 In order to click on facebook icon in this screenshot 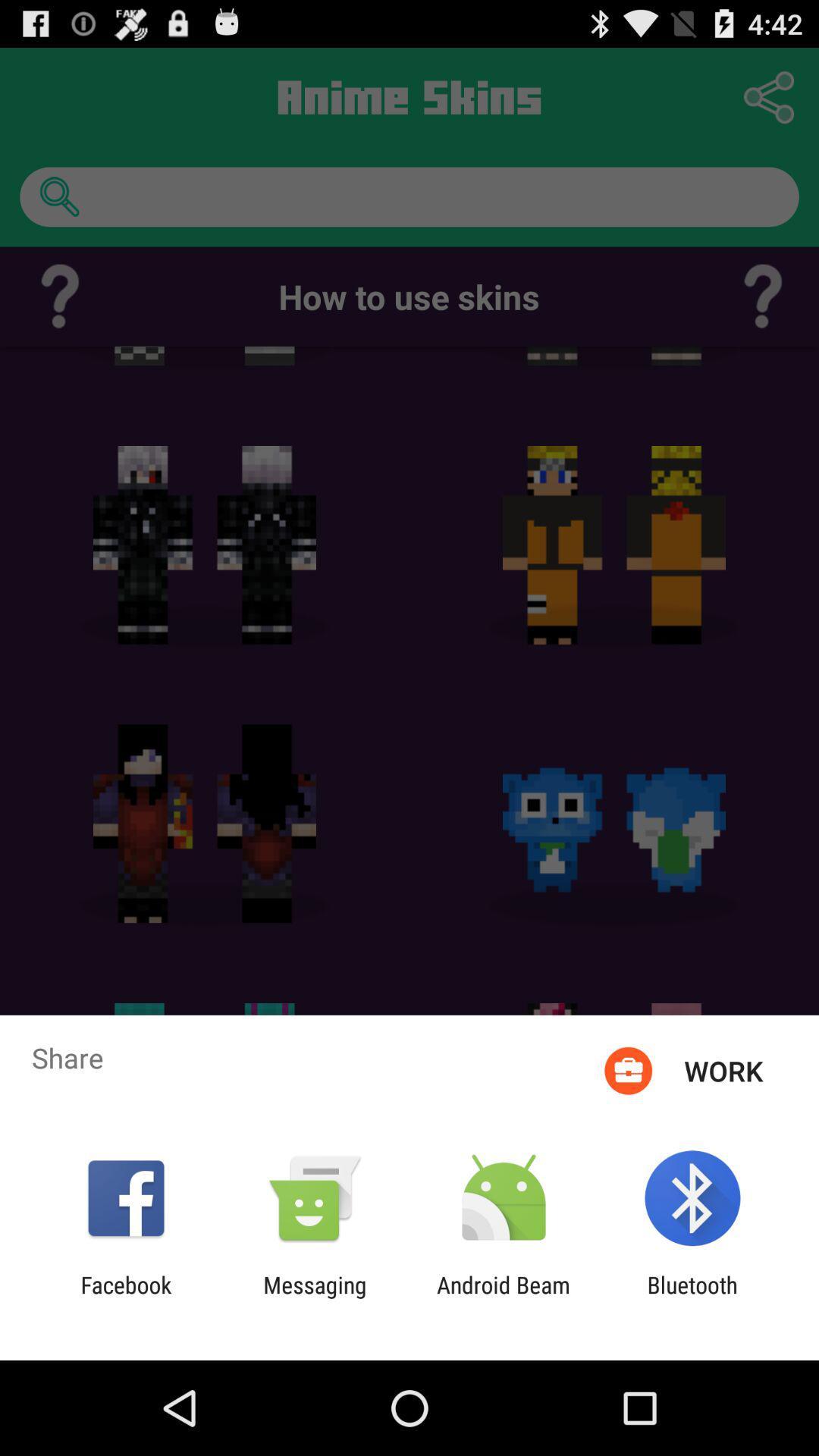, I will do `click(125, 1298)`.